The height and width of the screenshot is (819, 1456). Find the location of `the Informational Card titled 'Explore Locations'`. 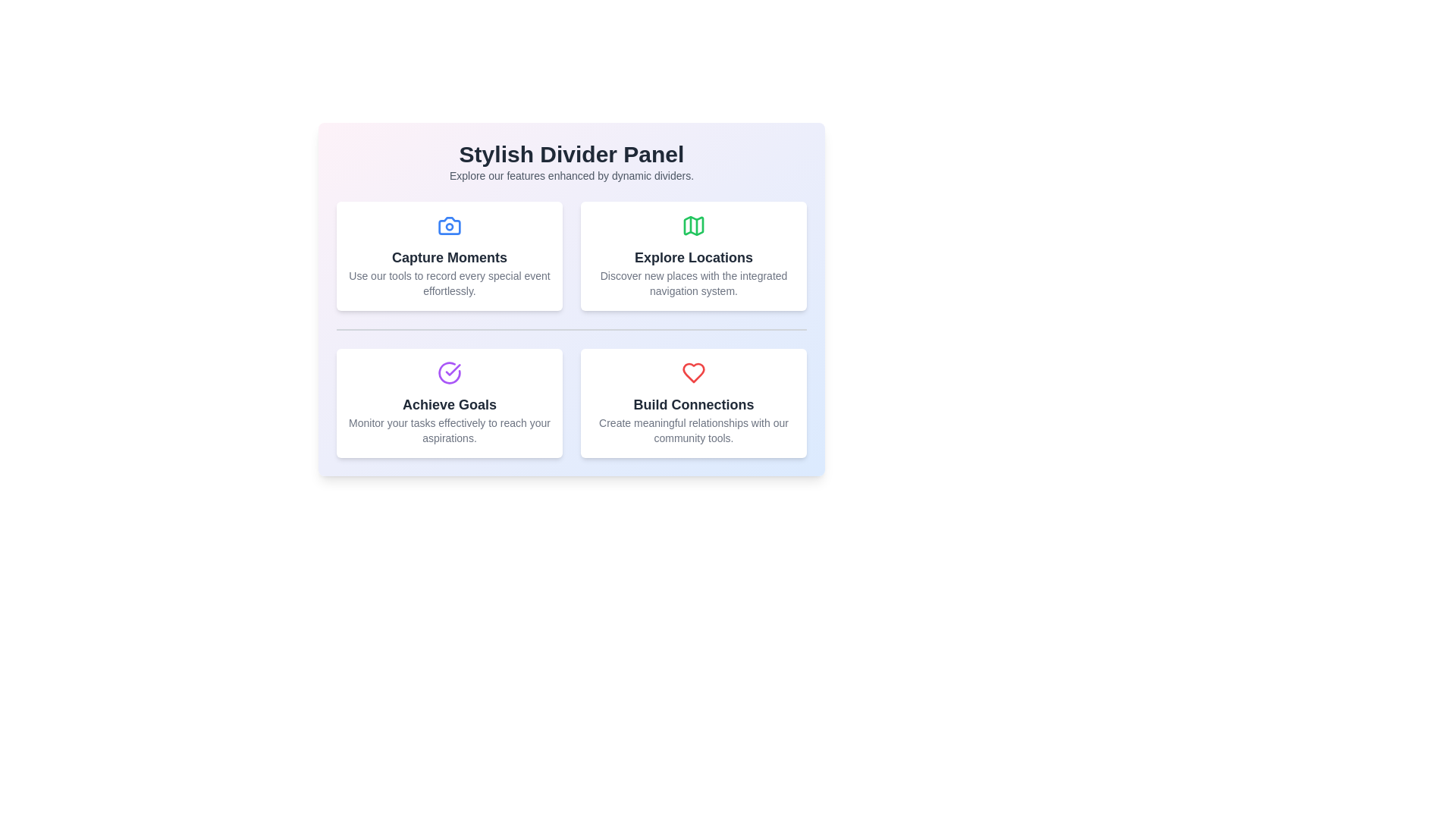

the Informational Card titled 'Explore Locations' is located at coordinates (693, 256).